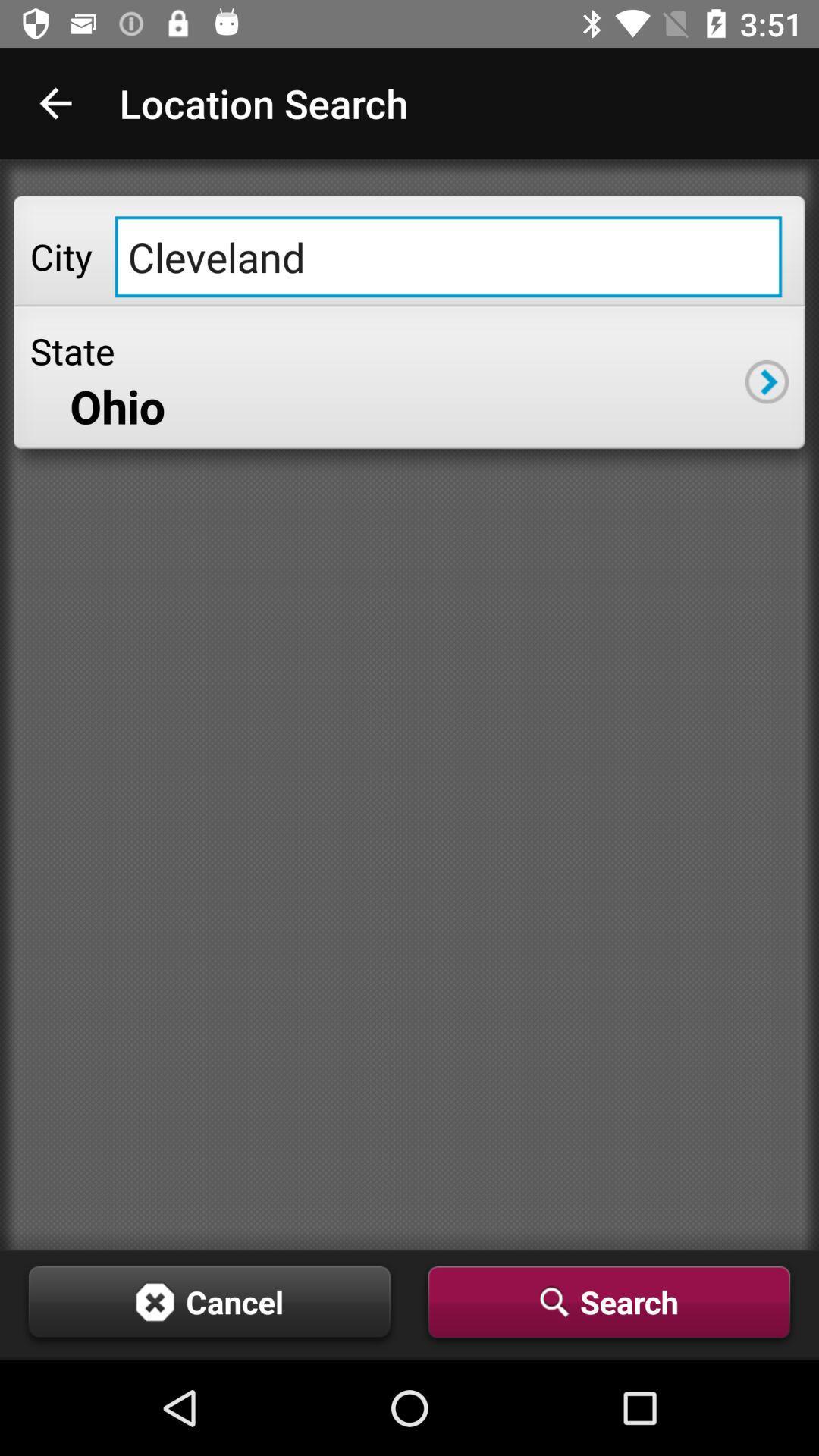  What do you see at coordinates (447, 256) in the screenshot?
I see `the item to the right of city icon` at bounding box center [447, 256].